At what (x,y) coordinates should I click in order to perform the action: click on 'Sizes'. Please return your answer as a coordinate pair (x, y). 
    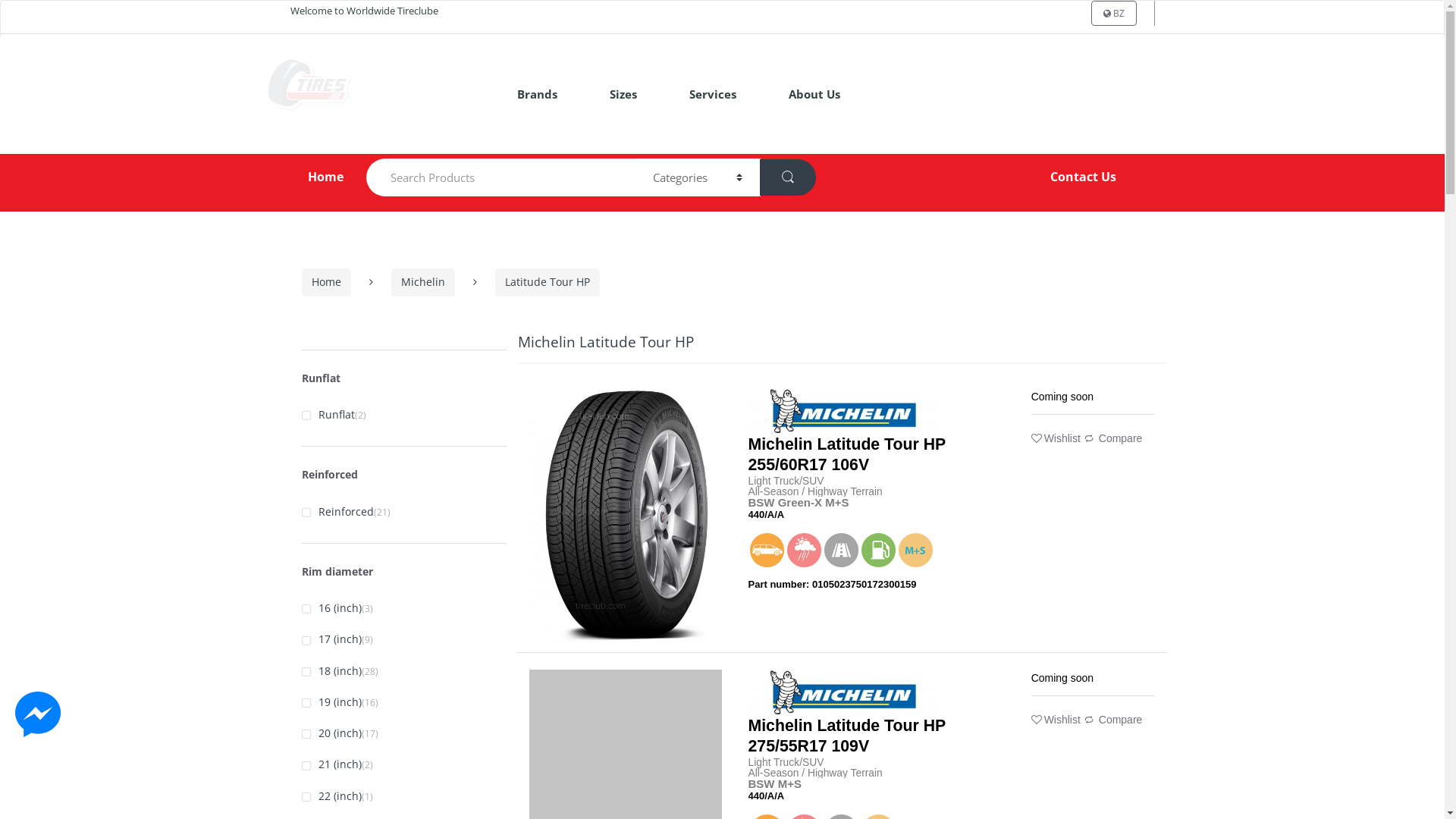
    Looking at the image, I should click on (623, 93).